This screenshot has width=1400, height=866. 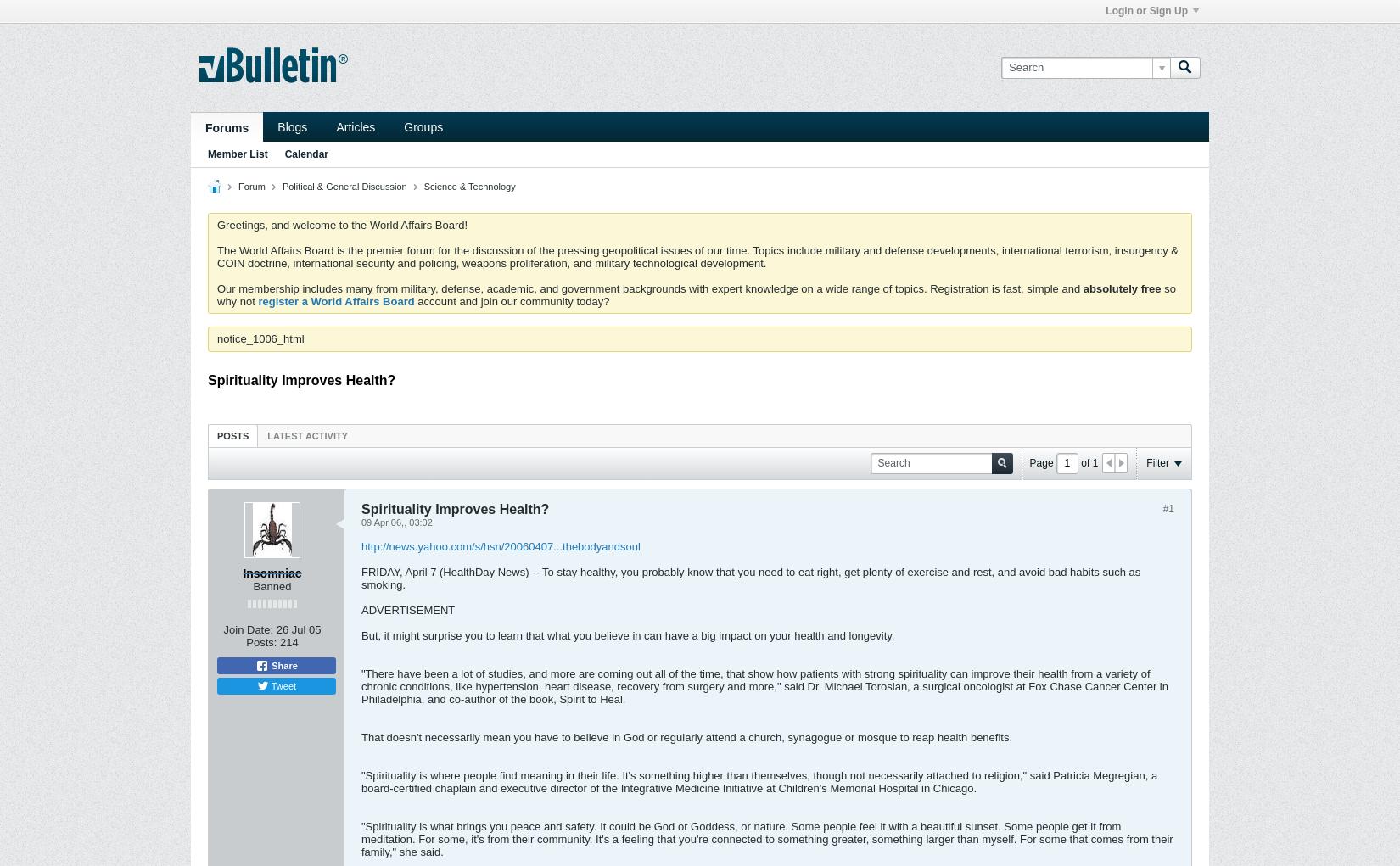 I want to click on 'Member List', so click(x=238, y=154).